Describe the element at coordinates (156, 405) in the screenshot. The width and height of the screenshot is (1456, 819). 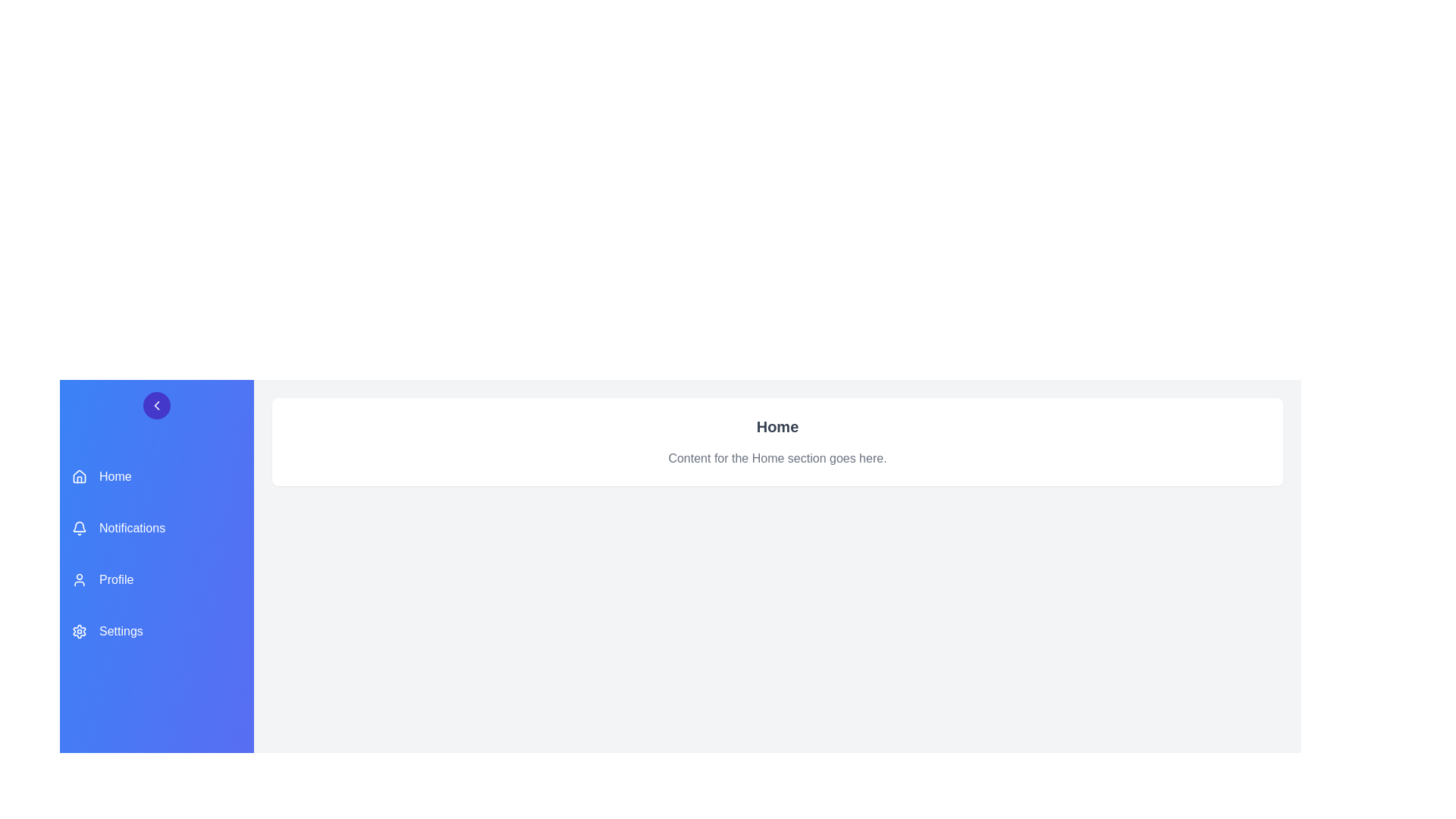
I see `the chevron icon embedded in the circular button at the top corner of the sidebar` at that location.